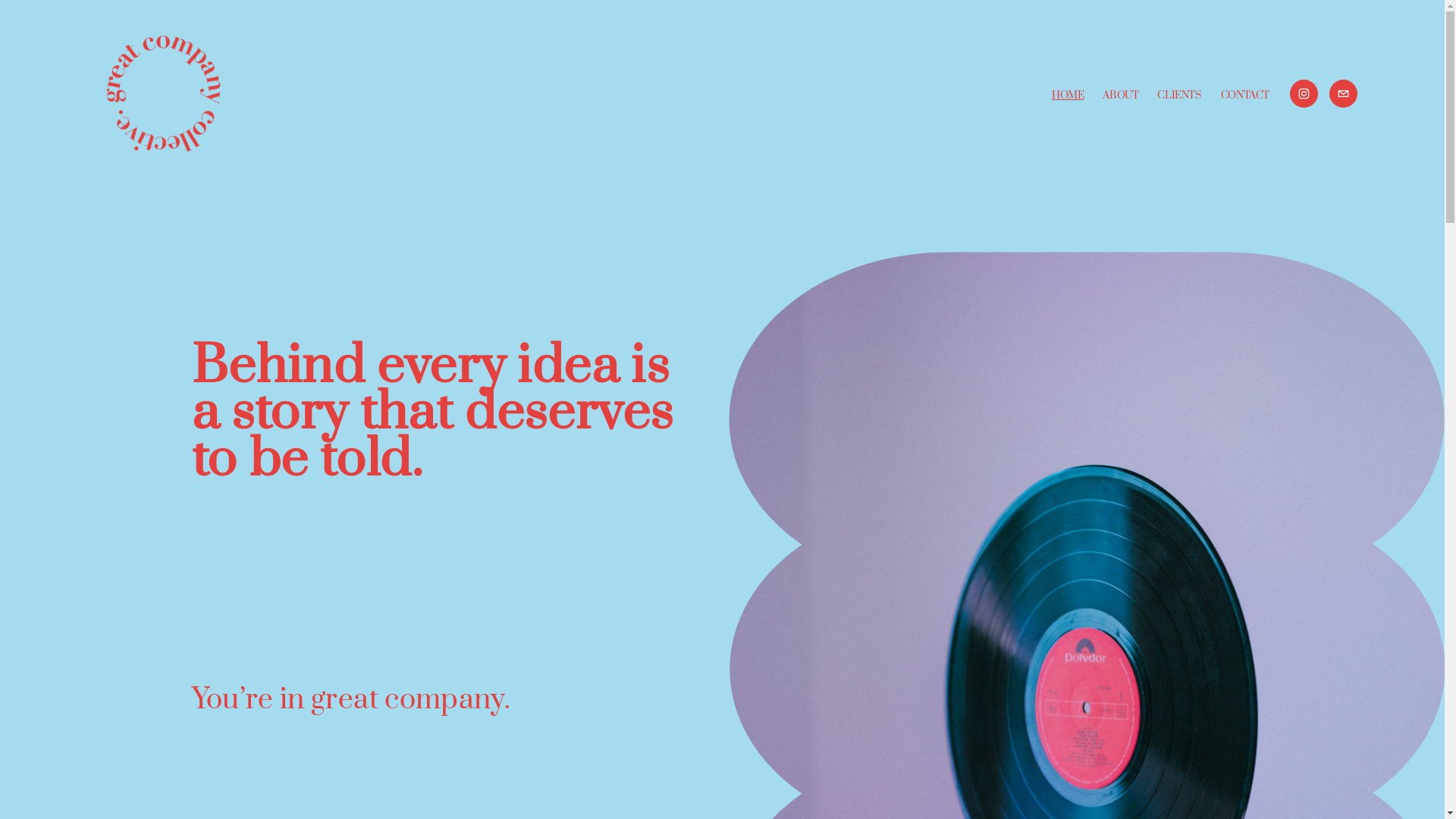 This screenshot has width=1456, height=819. Describe the element at coordinates (1120, 96) in the screenshot. I see `'ABOUT'` at that location.